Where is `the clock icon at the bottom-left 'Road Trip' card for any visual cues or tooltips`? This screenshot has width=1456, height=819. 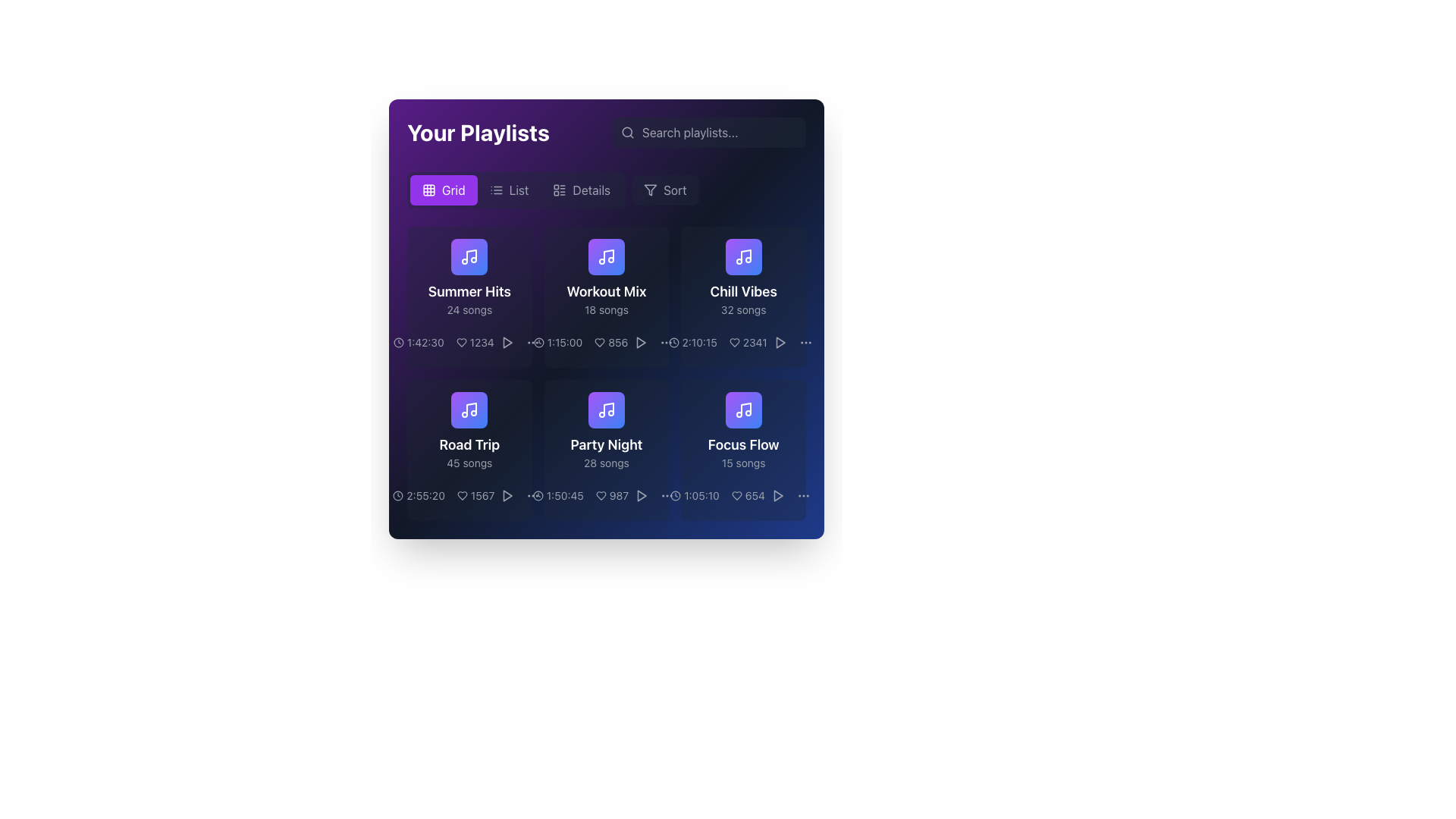 the clock icon at the bottom-left 'Road Trip' card for any visual cues or tooltips is located at coordinates (398, 496).